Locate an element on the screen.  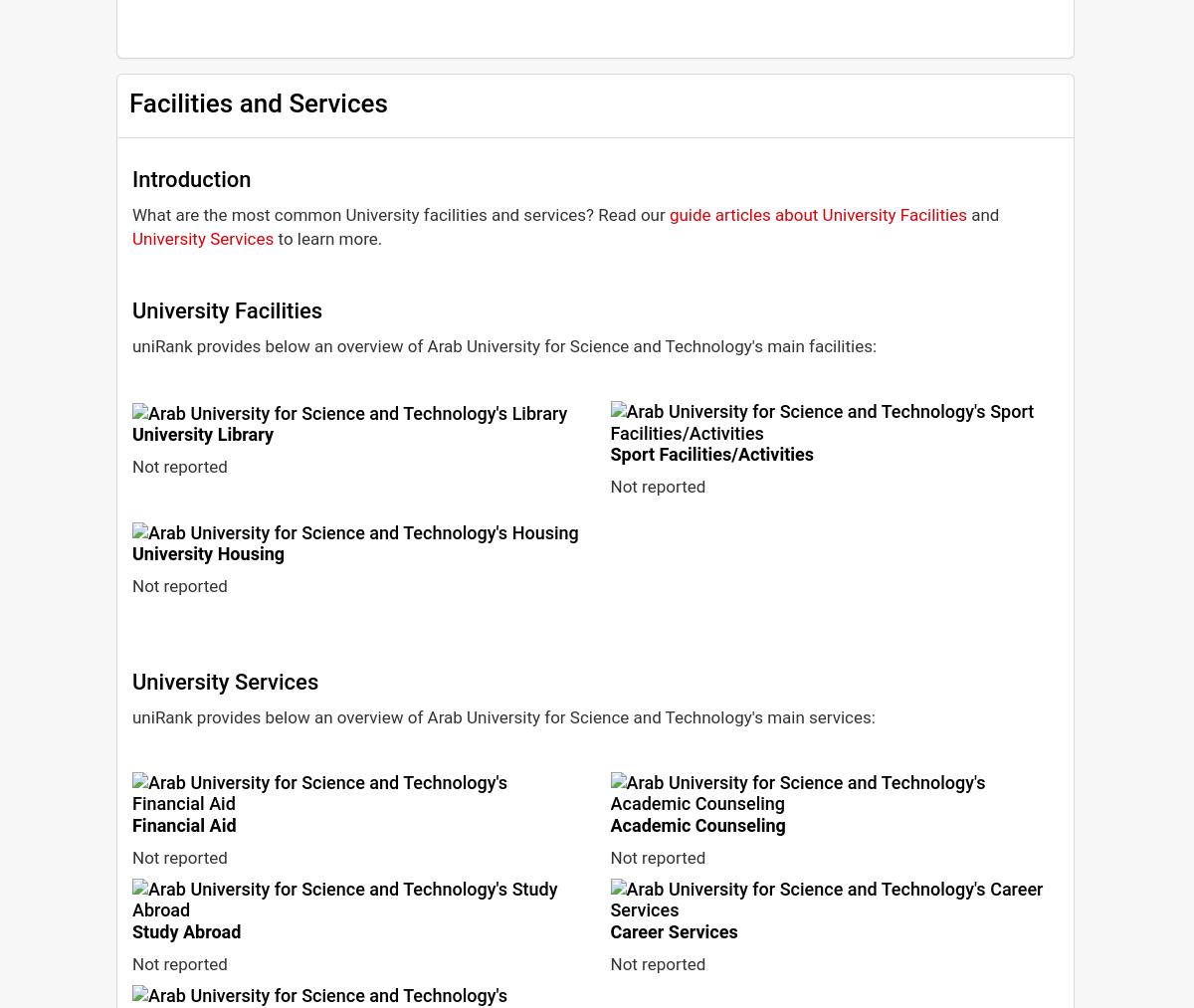
'University Library' is located at coordinates (202, 433).